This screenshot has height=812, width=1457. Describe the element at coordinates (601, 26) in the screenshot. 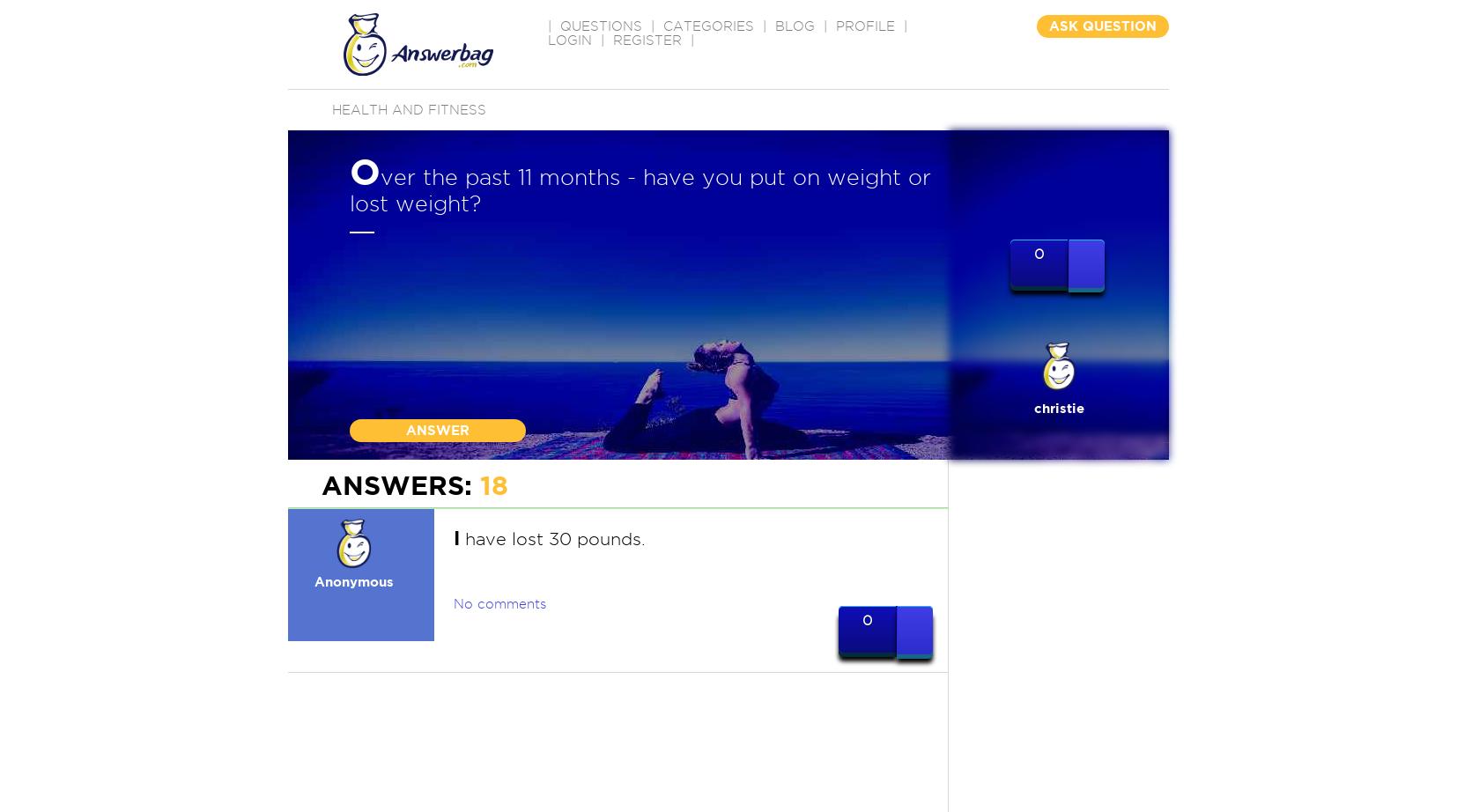

I see `'QUESTIONS'` at that location.